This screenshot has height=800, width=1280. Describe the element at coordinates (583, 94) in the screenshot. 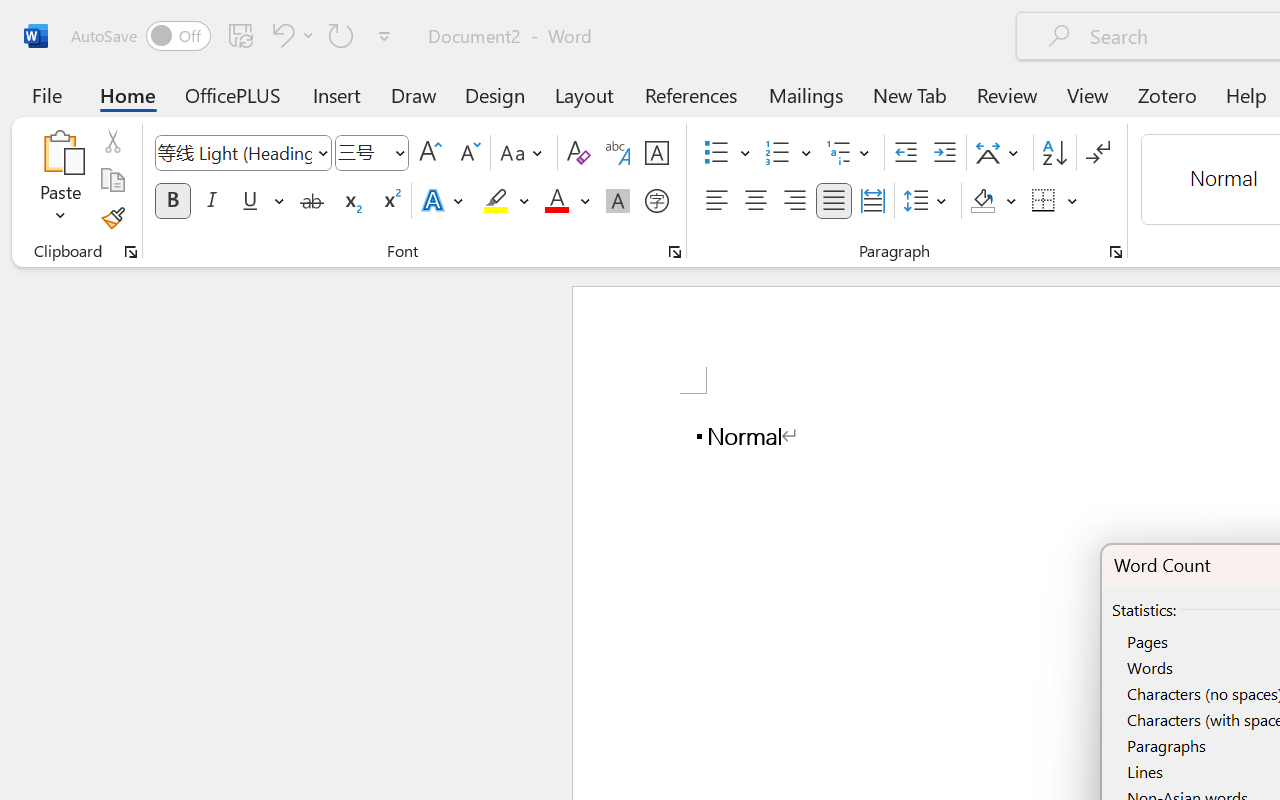

I see `'Layout'` at that location.